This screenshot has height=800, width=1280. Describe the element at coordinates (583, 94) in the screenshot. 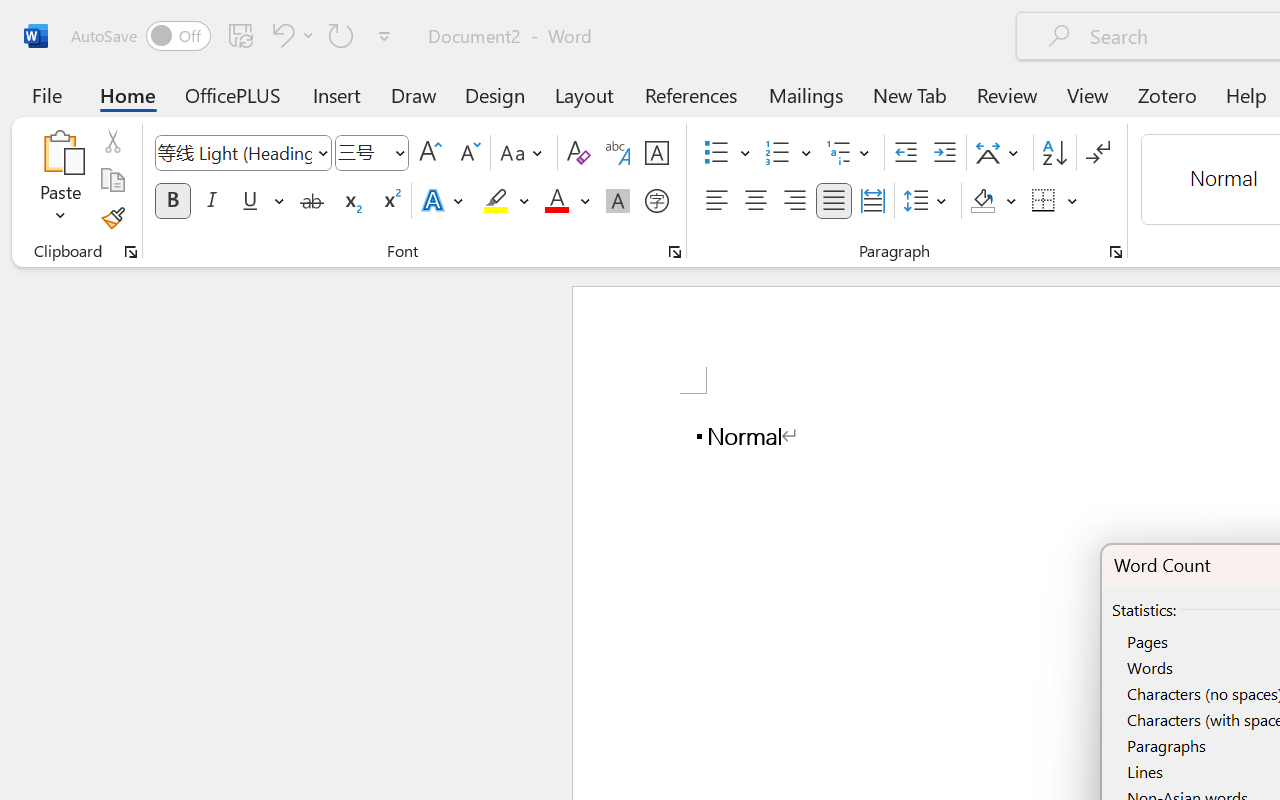

I see `'Layout'` at that location.